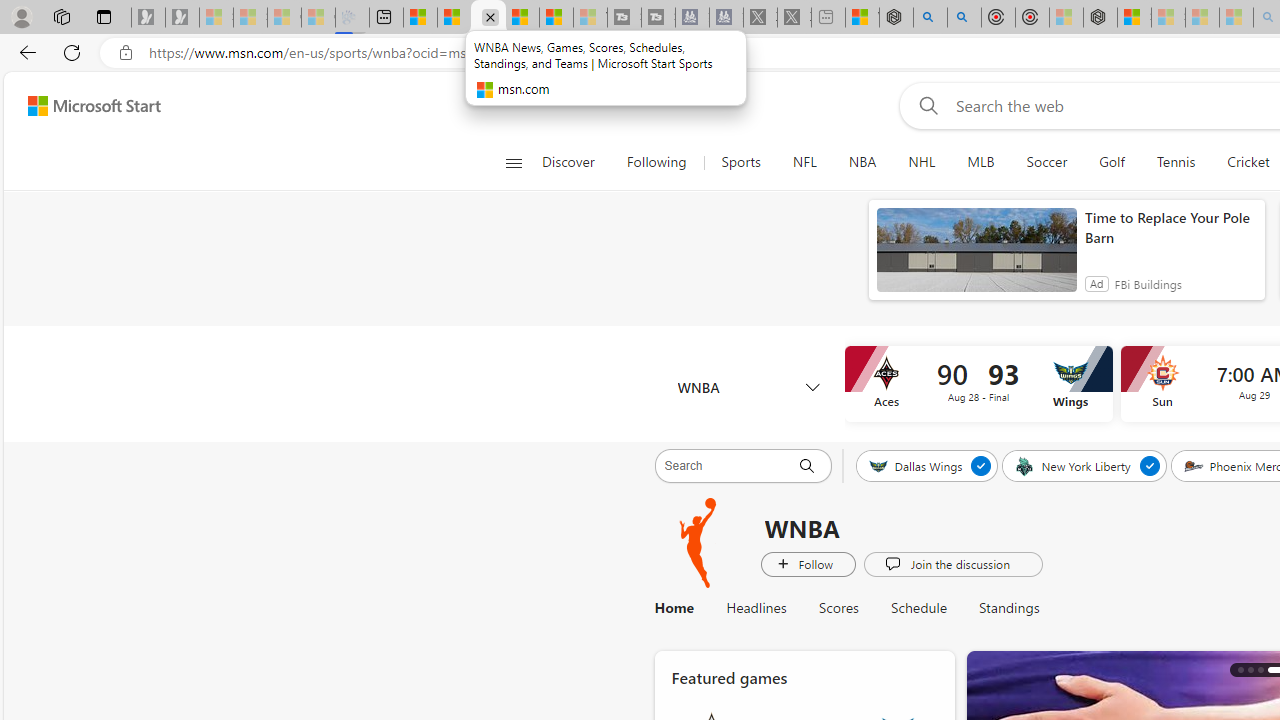  Describe the element at coordinates (981, 465) in the screenshot. I see `'Unfollow Dallas Wings'` at that location.